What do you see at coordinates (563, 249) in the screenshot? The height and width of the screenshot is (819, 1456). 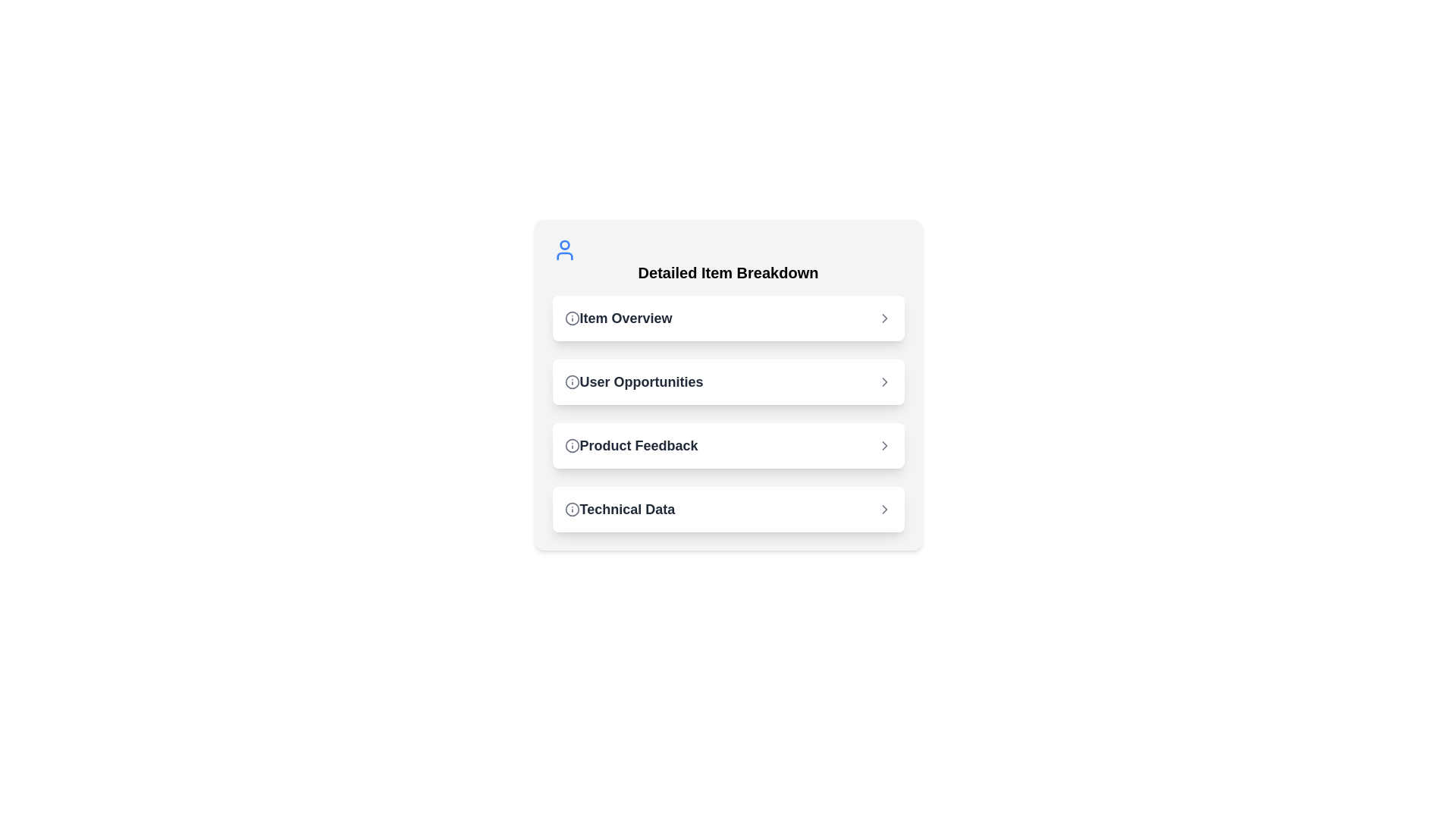 I see `the user icon located at the top-left corner of the 'Detailed Item Breakdown' box, which serves as a representation for user-related information or settings` at bounding box center [563, 249].